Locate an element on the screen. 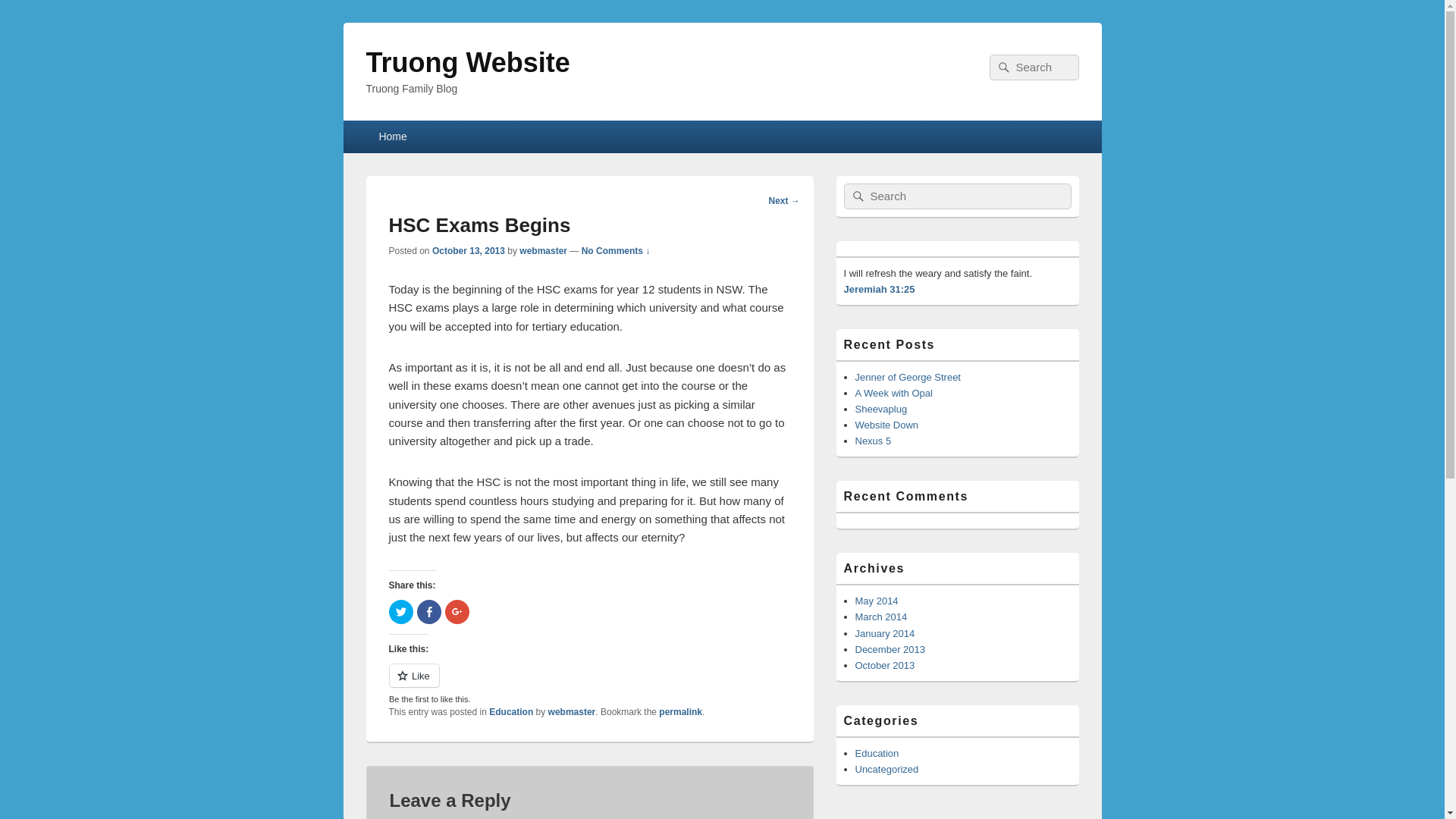 This screenshot has width=1456, height=819. 'webmaster' is located at coordinates (519, 250).